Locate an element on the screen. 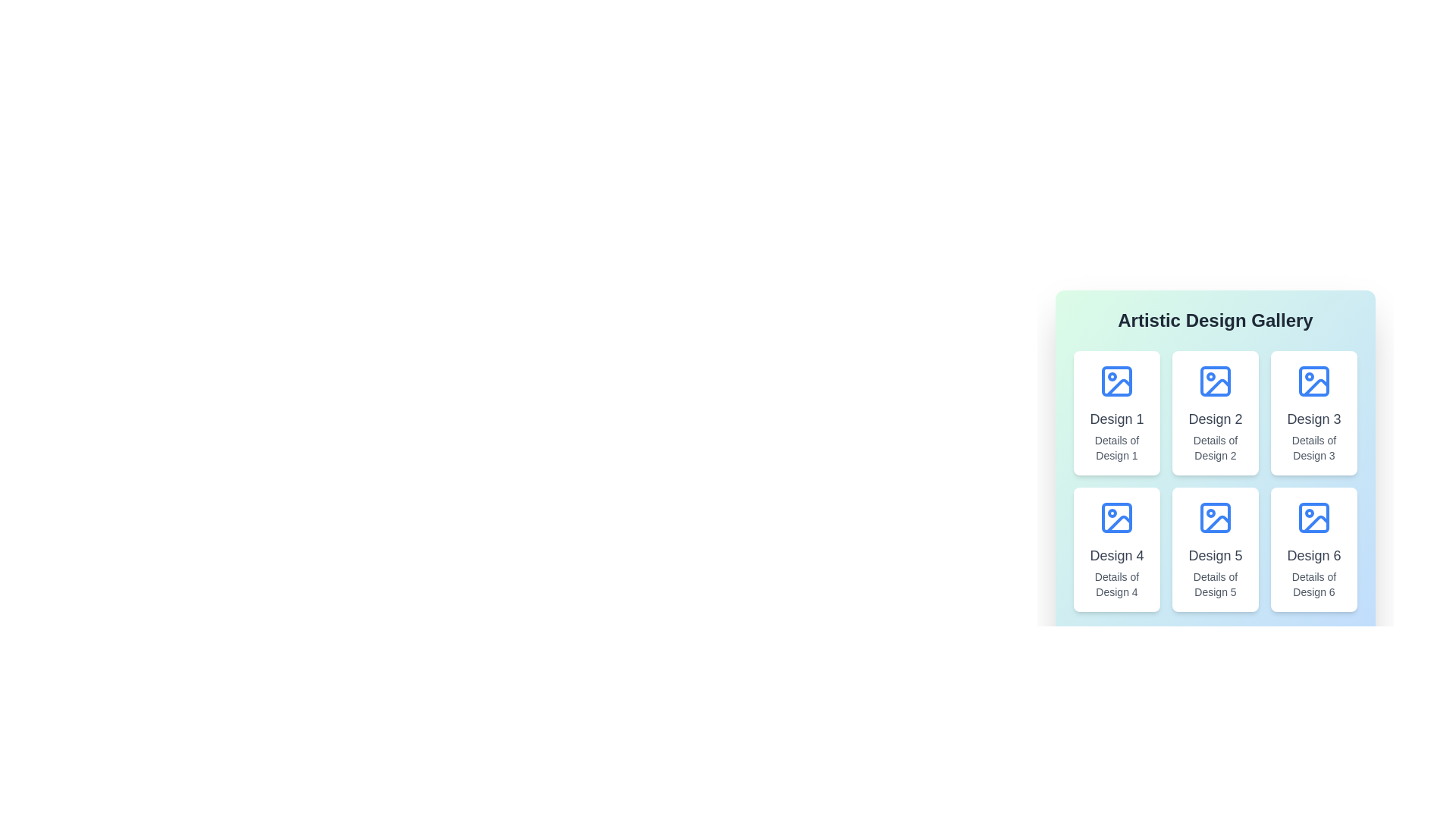 This screenshot has height=819, width=1456. the blue icon resembling a generic image representation, located at the top center of the card labeled 'Design 1' with the subtitle 'Details of Design 1' is located at coordinates (1117, 380).